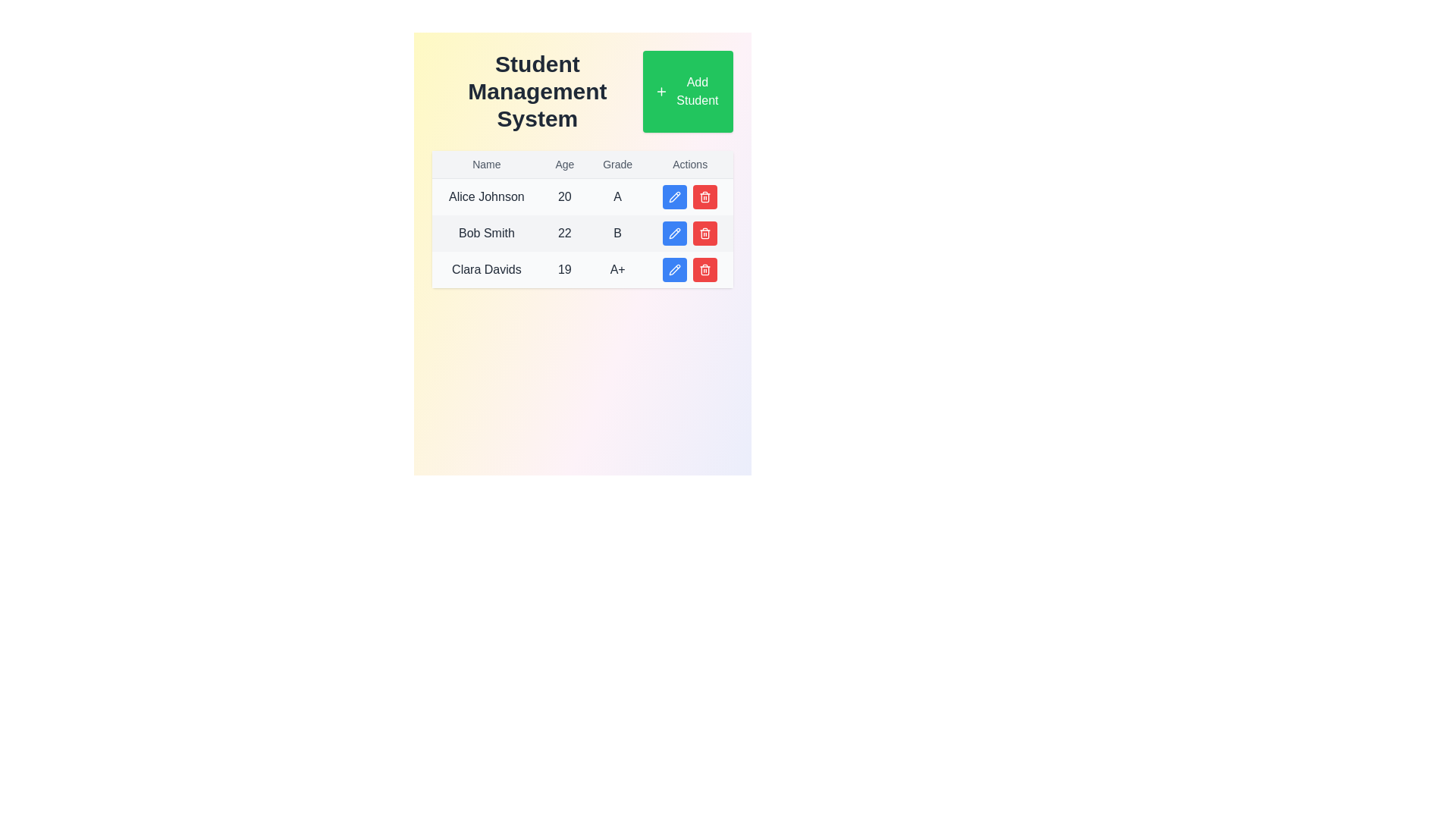 The height and width of the screenshot is (819, 1456). I want to click on the small square blue button with a white pencil icon in the fourth column of the first row under the 'Actions' column, so click(674, 196).